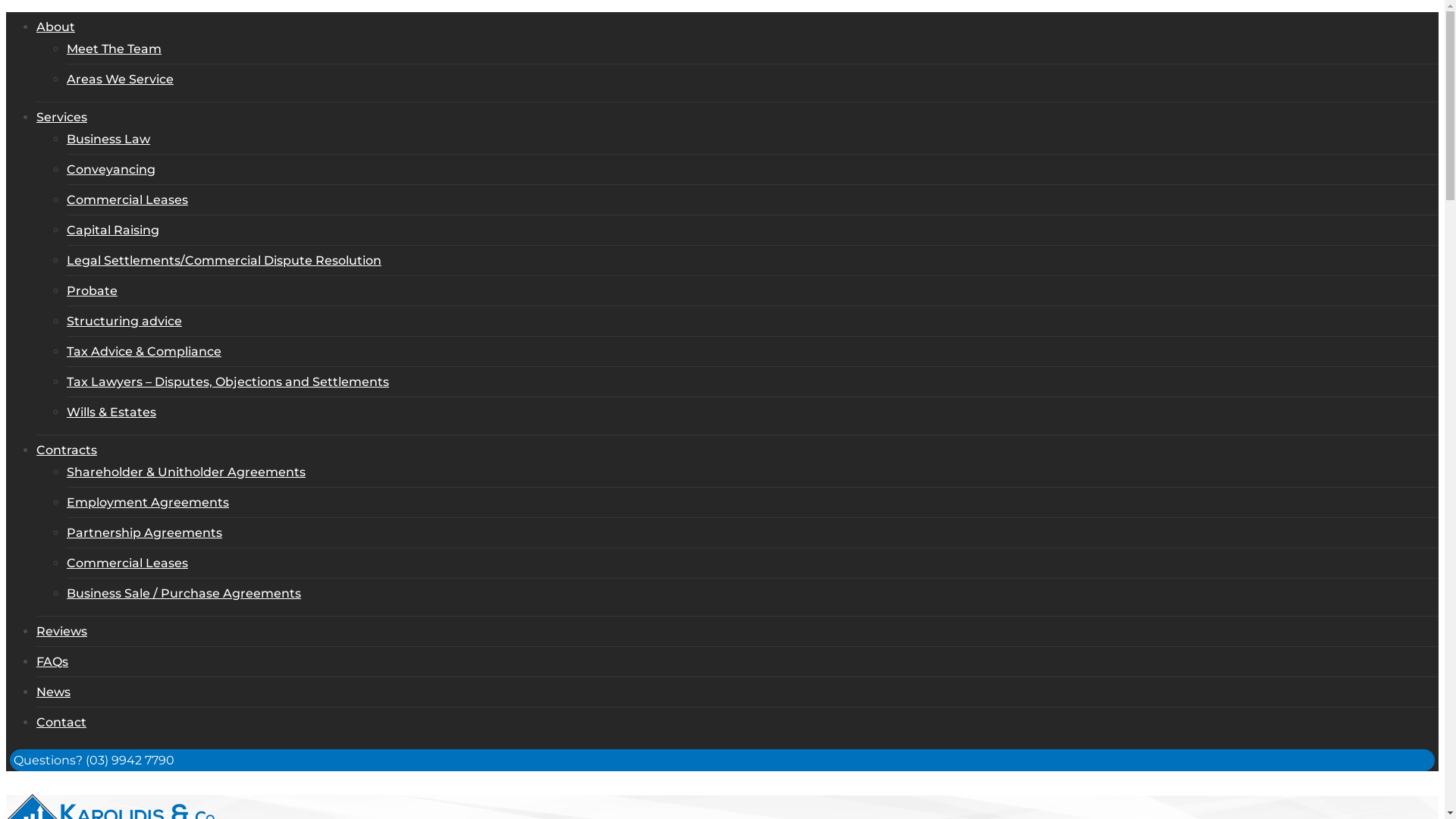  I want to click on 'Areas We Service', so click(119, 79).